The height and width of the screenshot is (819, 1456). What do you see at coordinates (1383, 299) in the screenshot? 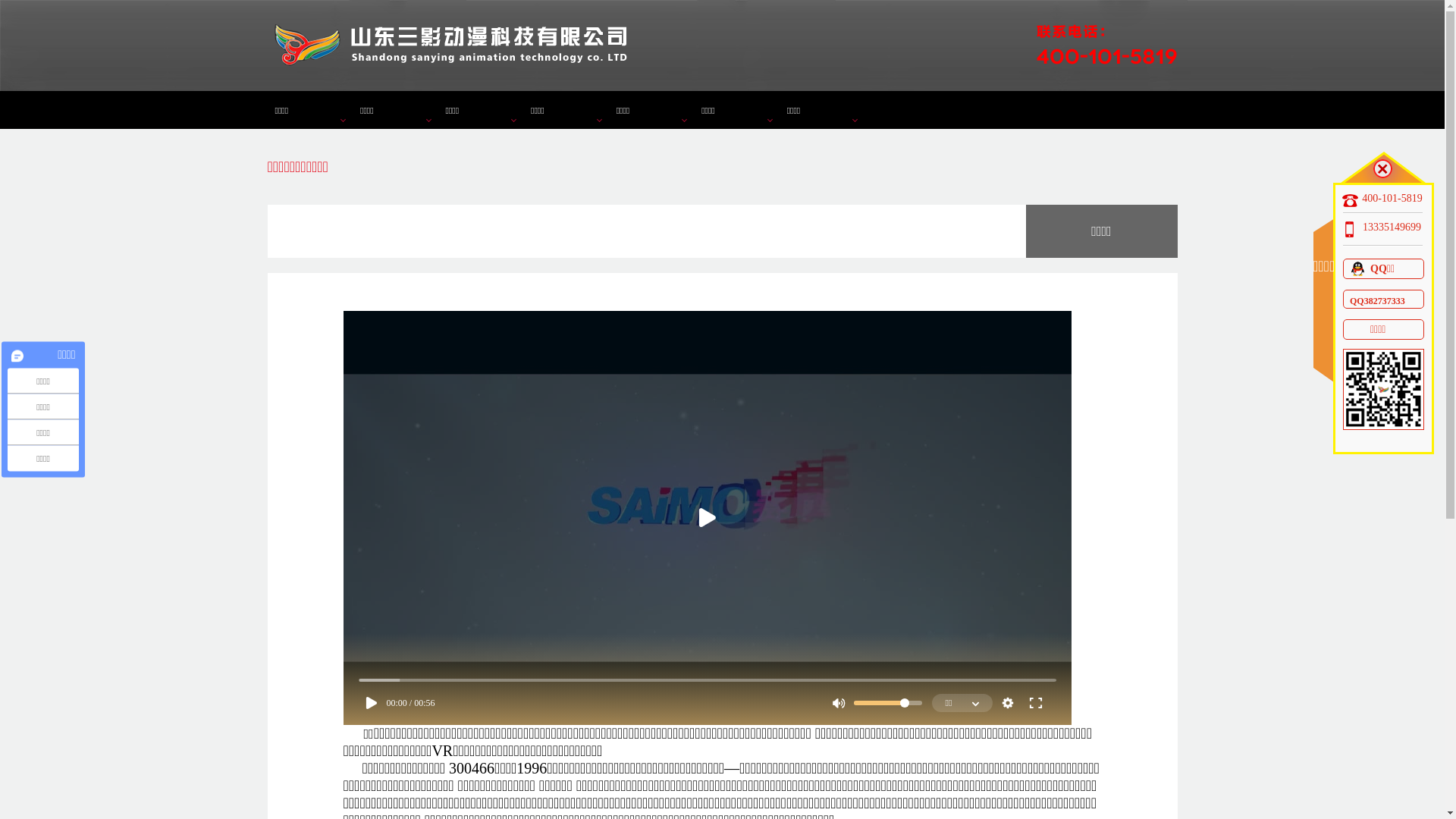
I see `'QQ382737333'` at bounding box center [1383, 299].